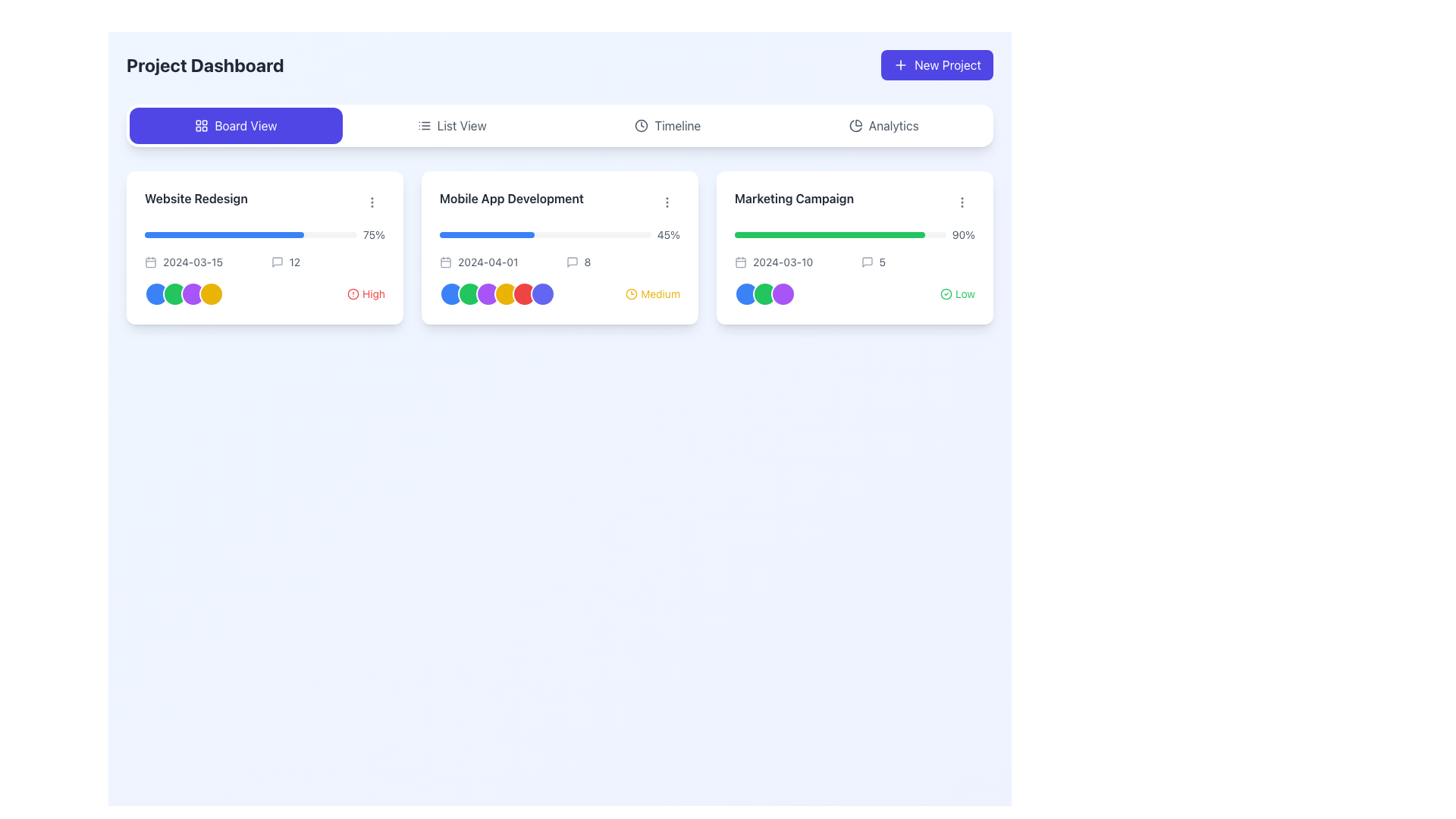 The image size is (1456, 819). Describe the element at coordinates (265, 247) in the screenshot. I see `the Card component that displays project information, including progress, due date, comments, and priority level, located in the first column of the grid layout` at that location.